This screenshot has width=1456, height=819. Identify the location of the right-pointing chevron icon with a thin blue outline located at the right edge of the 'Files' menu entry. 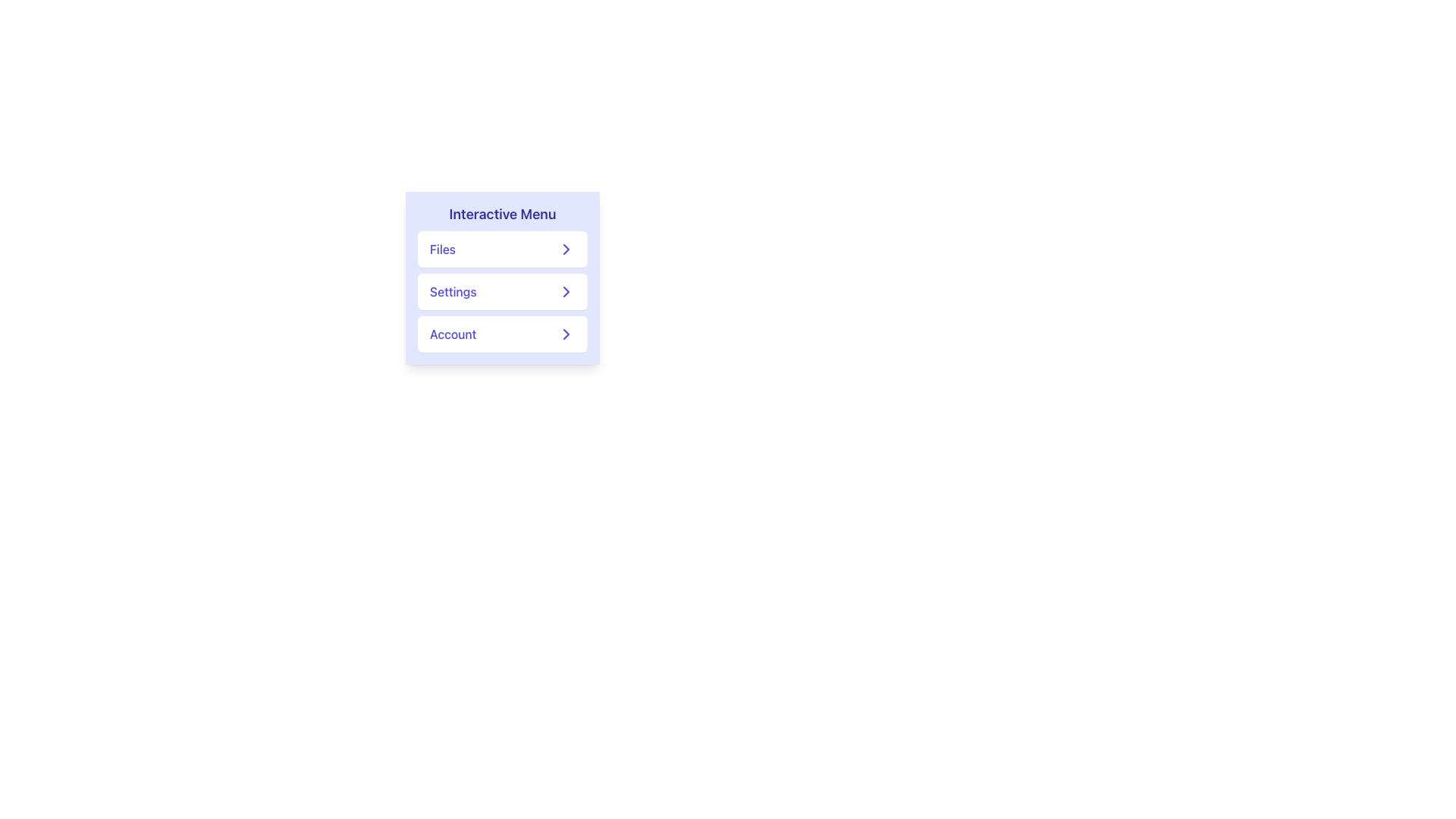
(566, 248).